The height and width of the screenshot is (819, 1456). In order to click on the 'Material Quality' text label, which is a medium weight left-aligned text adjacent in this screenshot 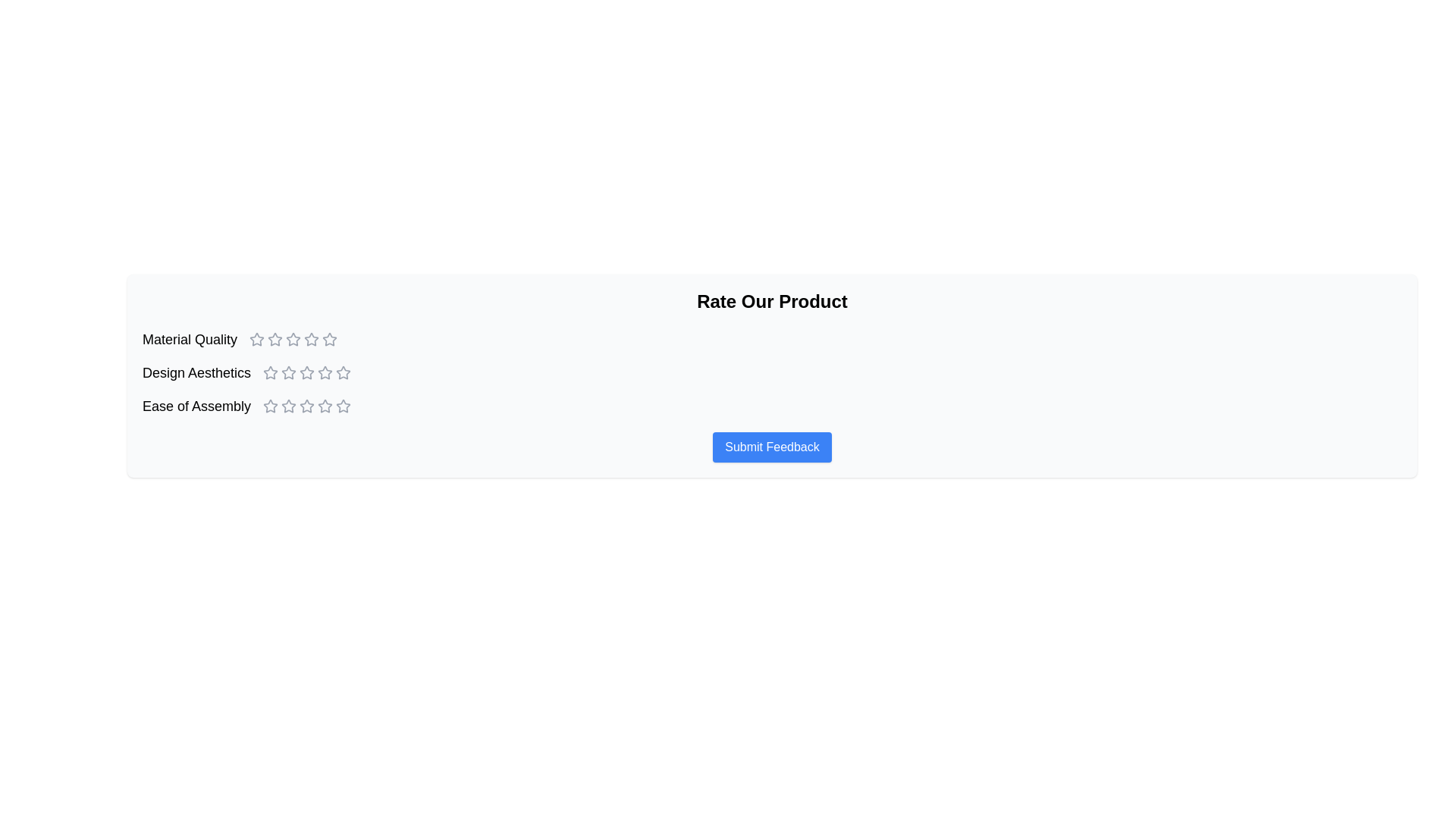, I will do `click(189, 338)`.